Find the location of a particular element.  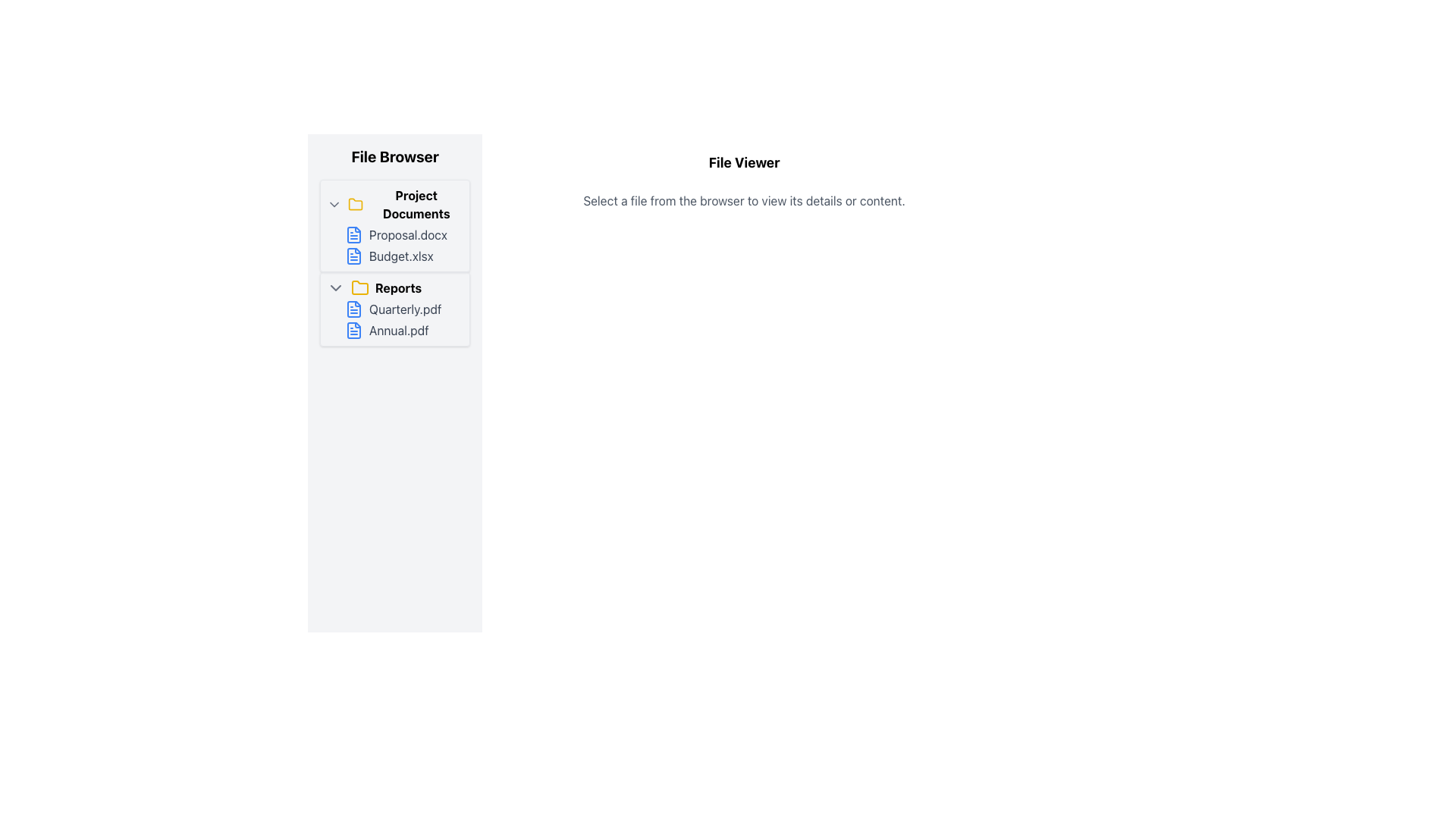

the file icon representing 'Quarterly.pdf' located in the 'Reports' group of the file browser interface is located at coordinates (353, 309).